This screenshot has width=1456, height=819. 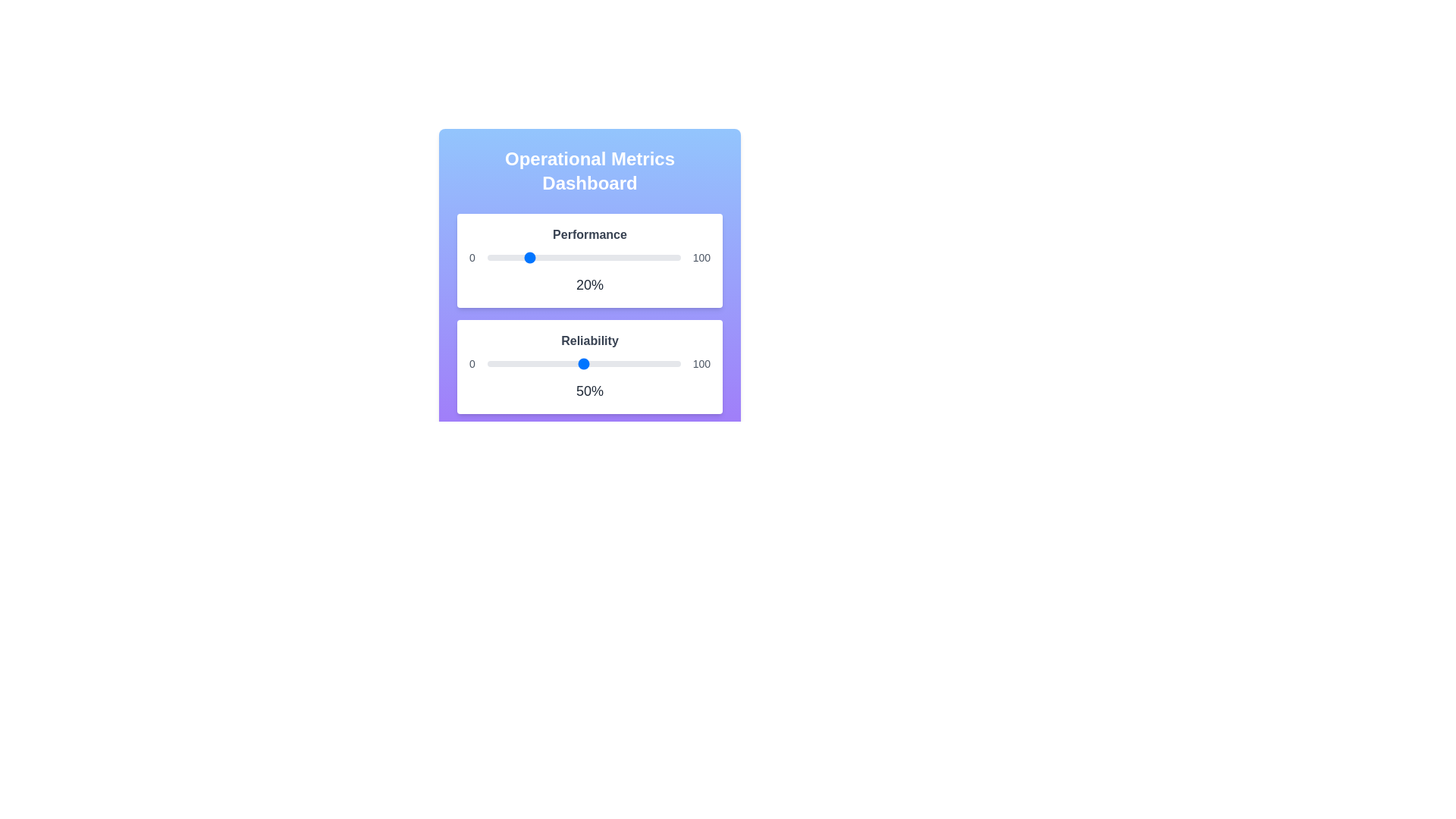 I want to click on performance, so click(x=657, y=256).